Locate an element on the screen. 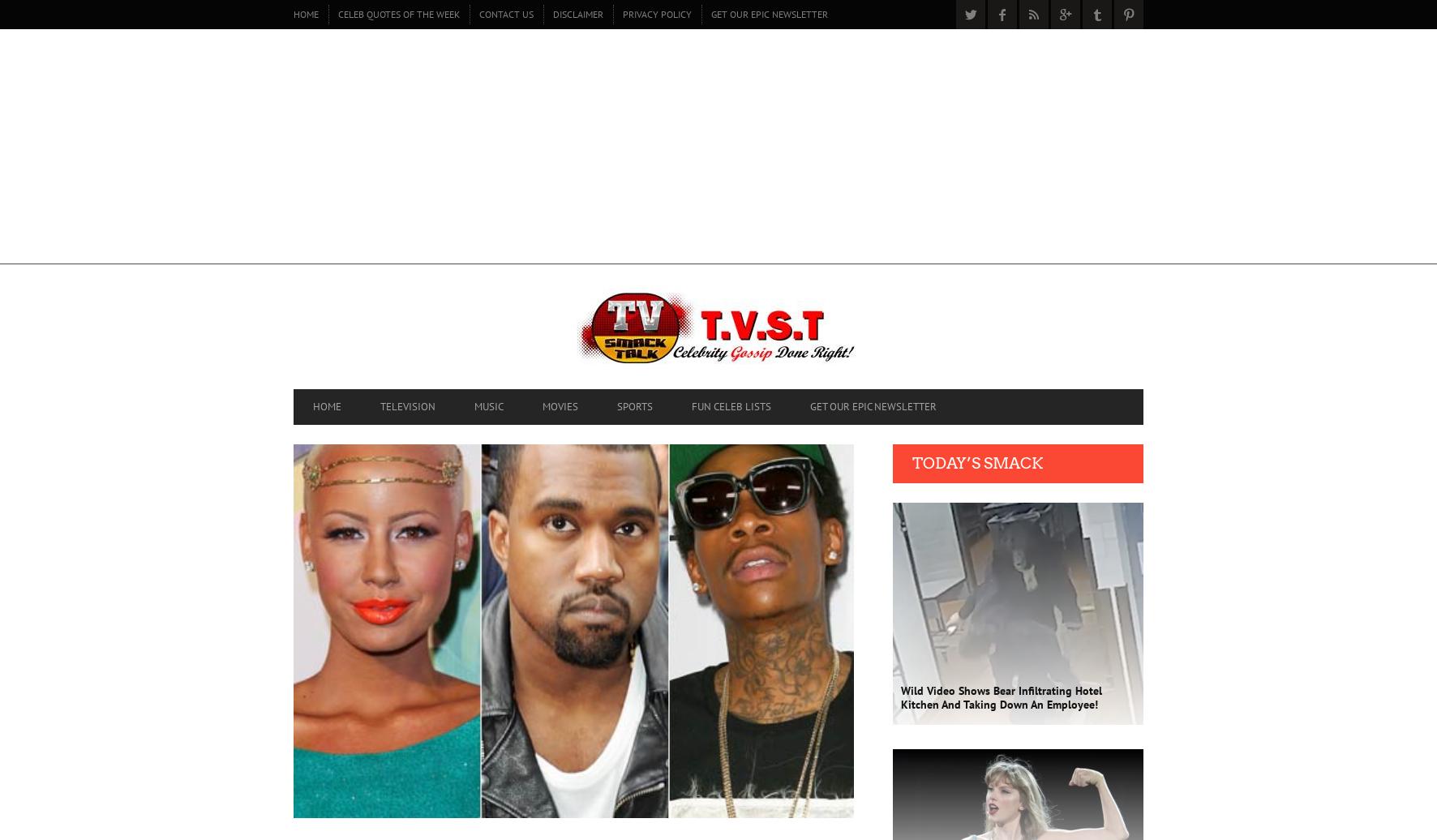 This screenshot has height=840, width=1437. 'MOVIES' is located at coordinates (541, 405).